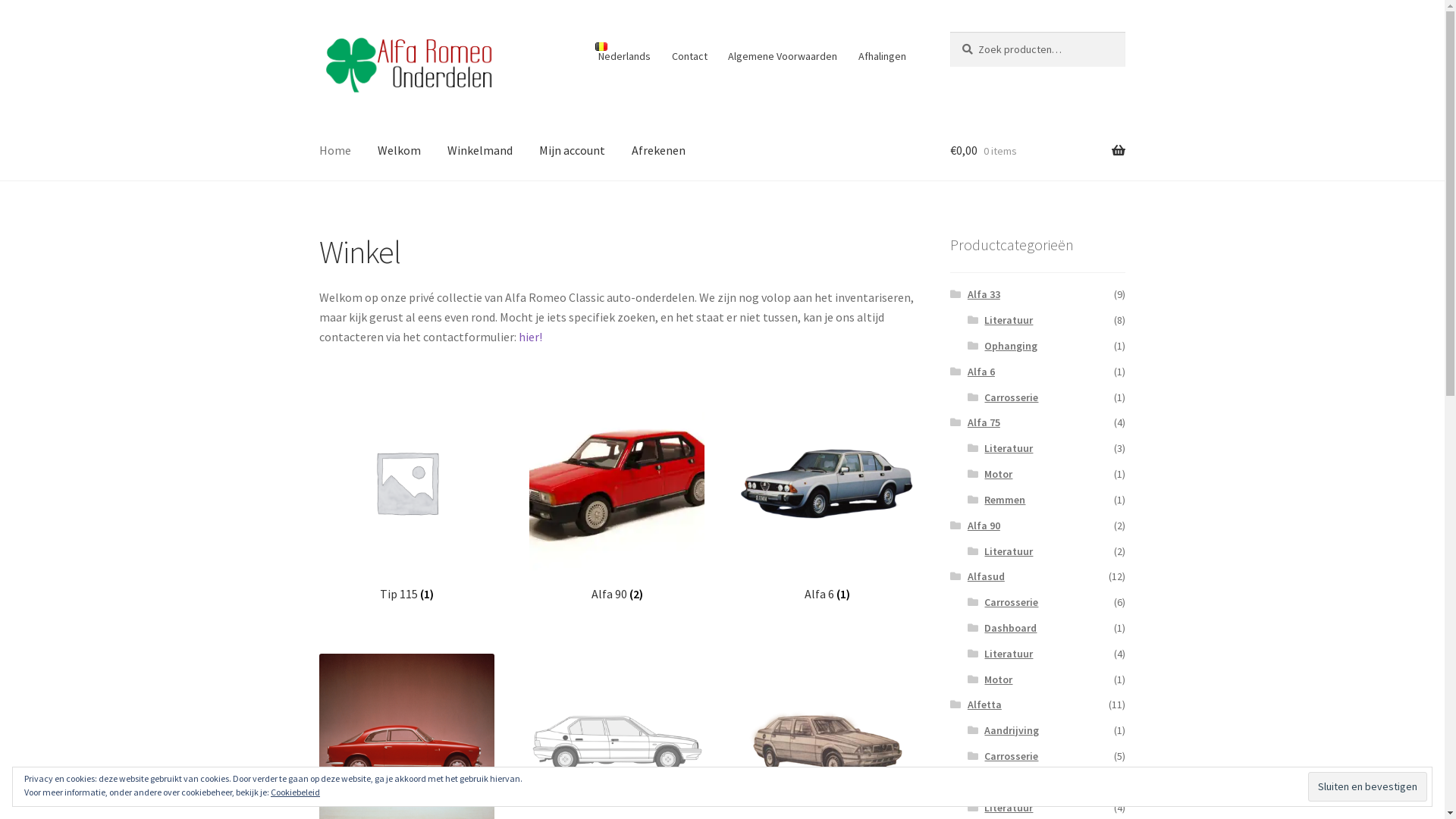 This screenshot has height=819, width=1456. I want to click on 'Alfasud', so click(986, 576).